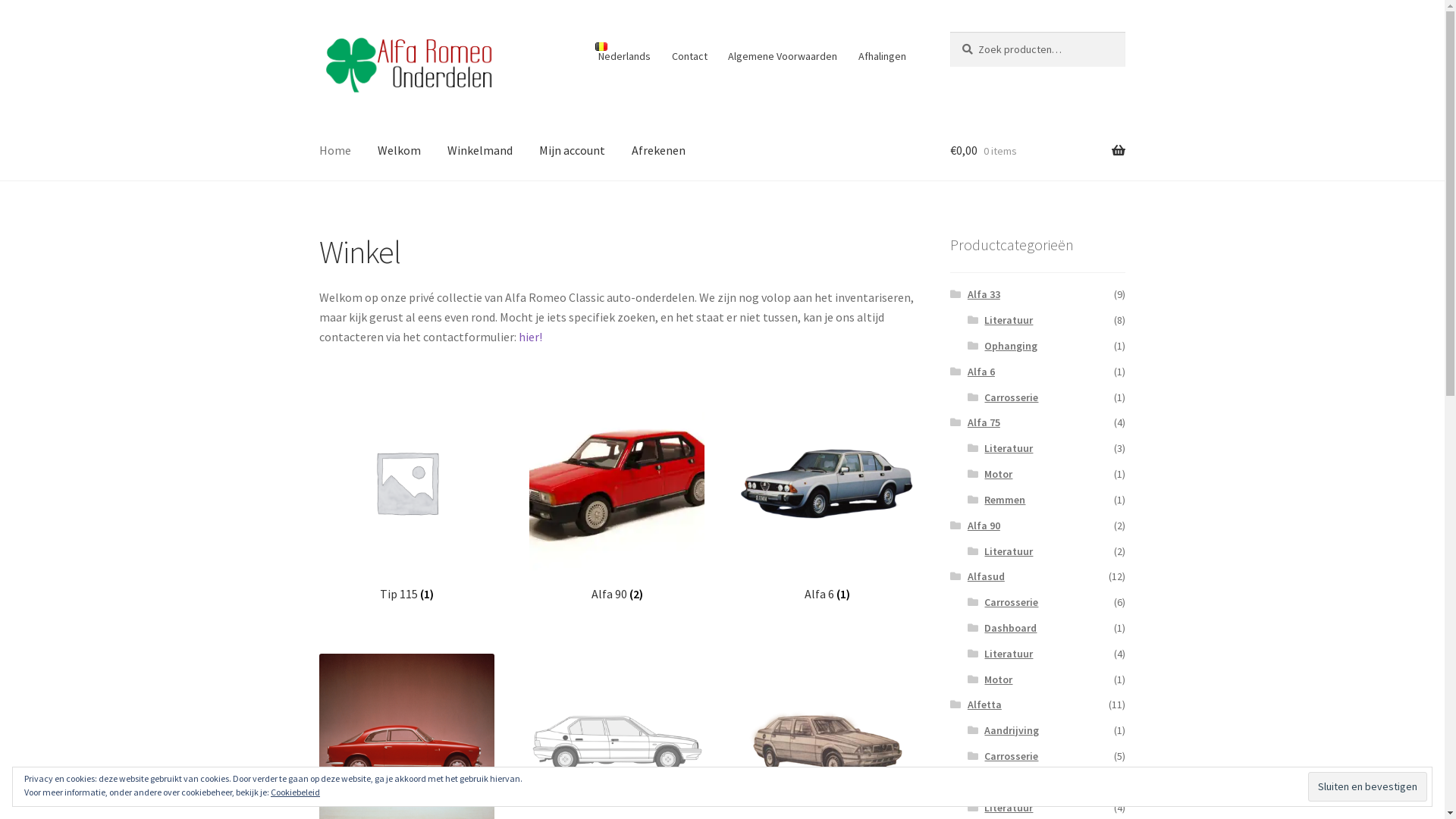 This screenshot has height=819, width=1456. I want to click on 'Alfasud', so click(986, 576).